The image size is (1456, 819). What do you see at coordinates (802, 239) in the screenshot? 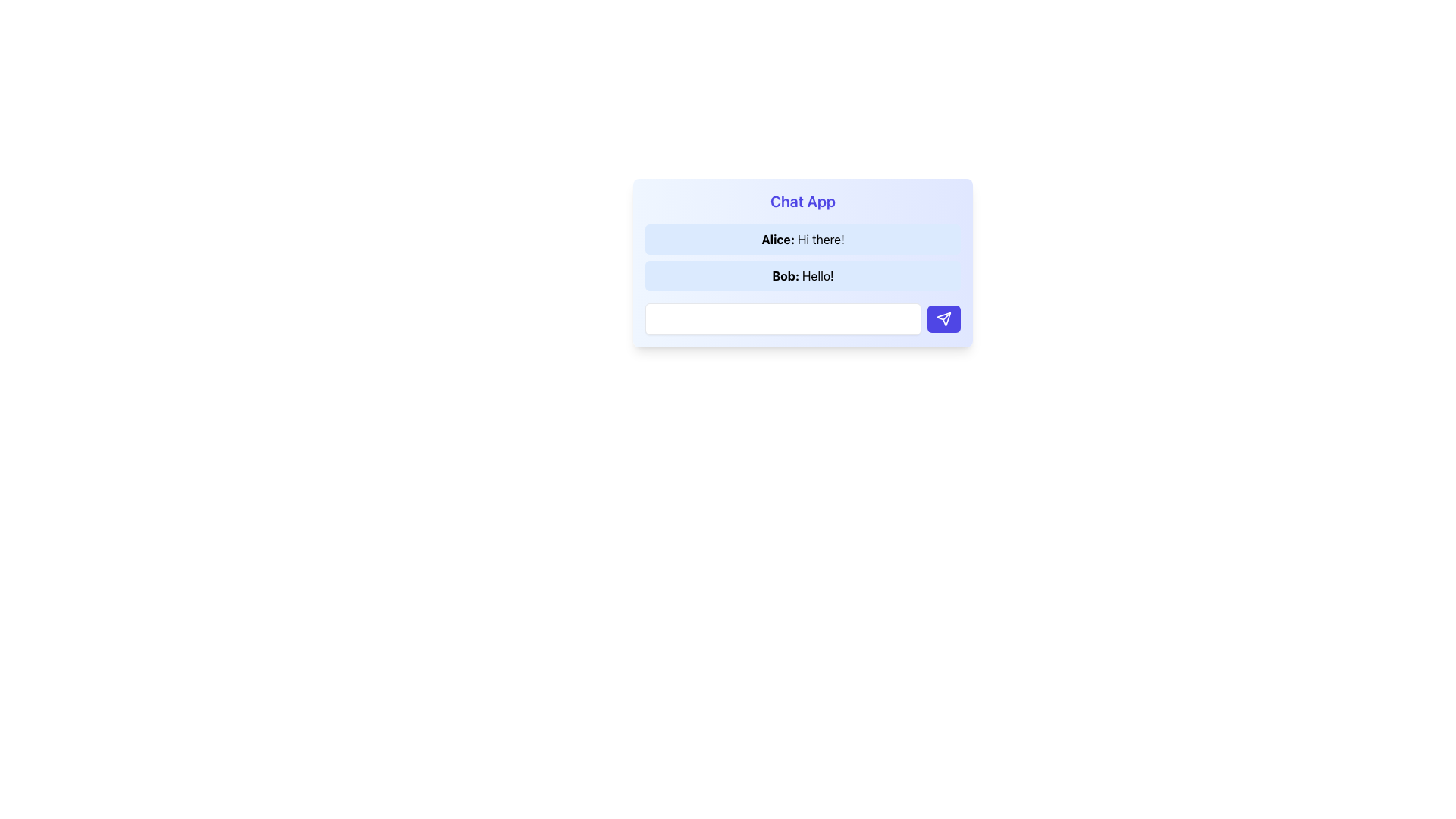
I see `the first chat message box with the text 'Alice: Hi there!' to interact with it, if functionality is added` at bounding box center [802, 239].